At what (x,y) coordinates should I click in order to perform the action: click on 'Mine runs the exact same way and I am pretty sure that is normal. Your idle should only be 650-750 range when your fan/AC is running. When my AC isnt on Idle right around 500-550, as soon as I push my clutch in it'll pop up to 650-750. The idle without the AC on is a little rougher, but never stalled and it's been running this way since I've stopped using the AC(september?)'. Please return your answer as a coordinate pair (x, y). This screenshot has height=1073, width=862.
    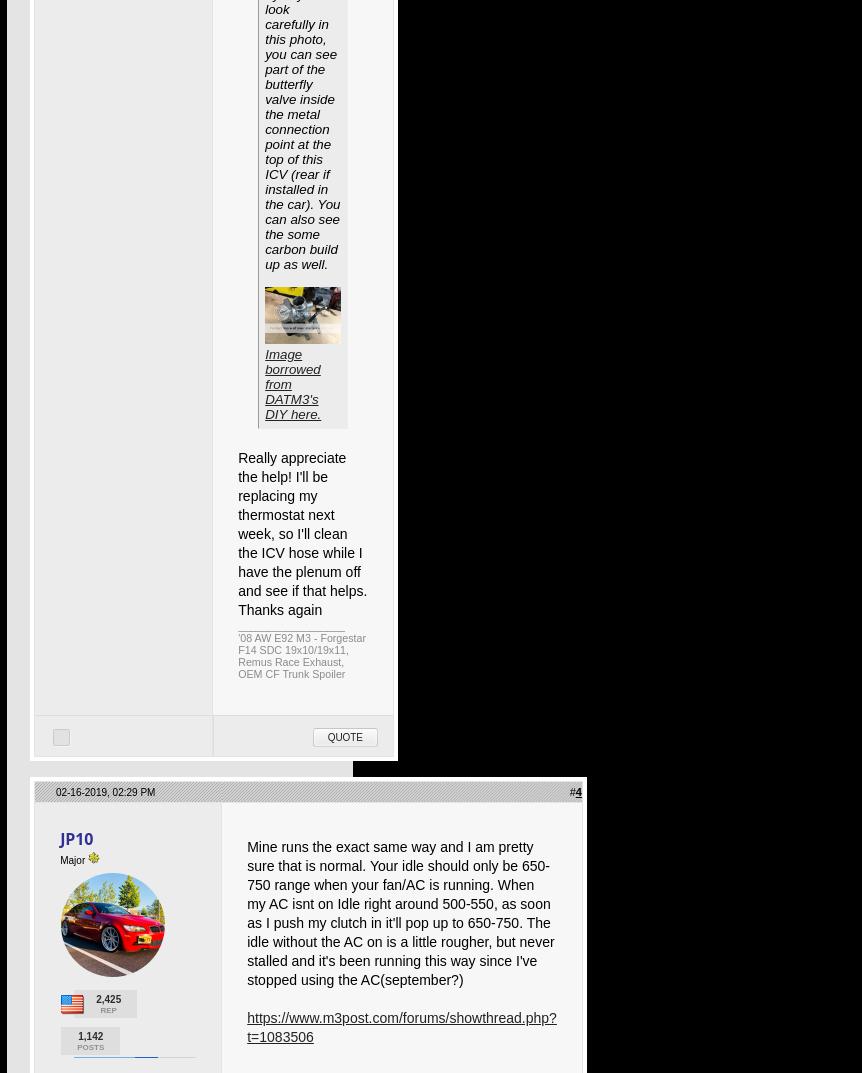
    Looking at the image, I should click on (399, 913).